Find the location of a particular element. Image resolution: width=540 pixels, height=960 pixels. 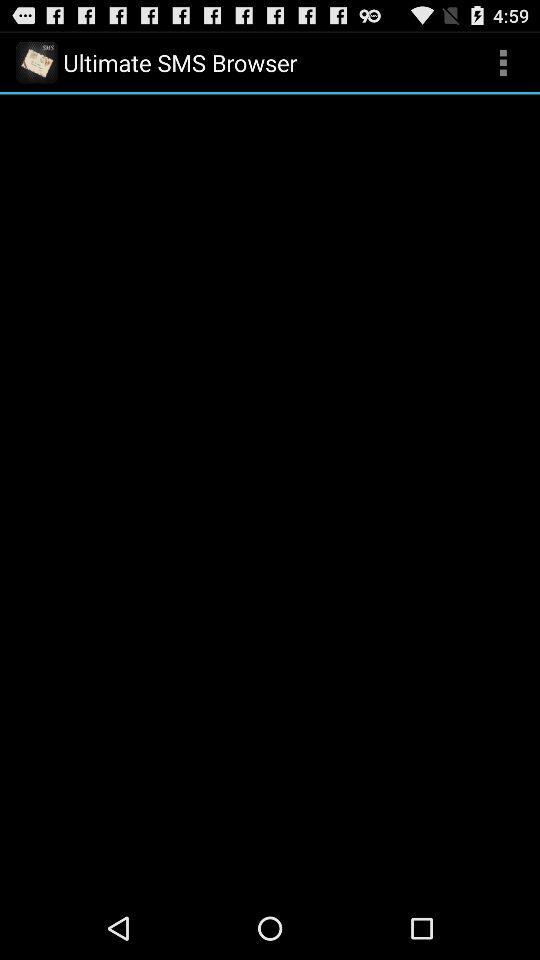

item next to the ultimate sms browser item is located at coordinates (502, 62).